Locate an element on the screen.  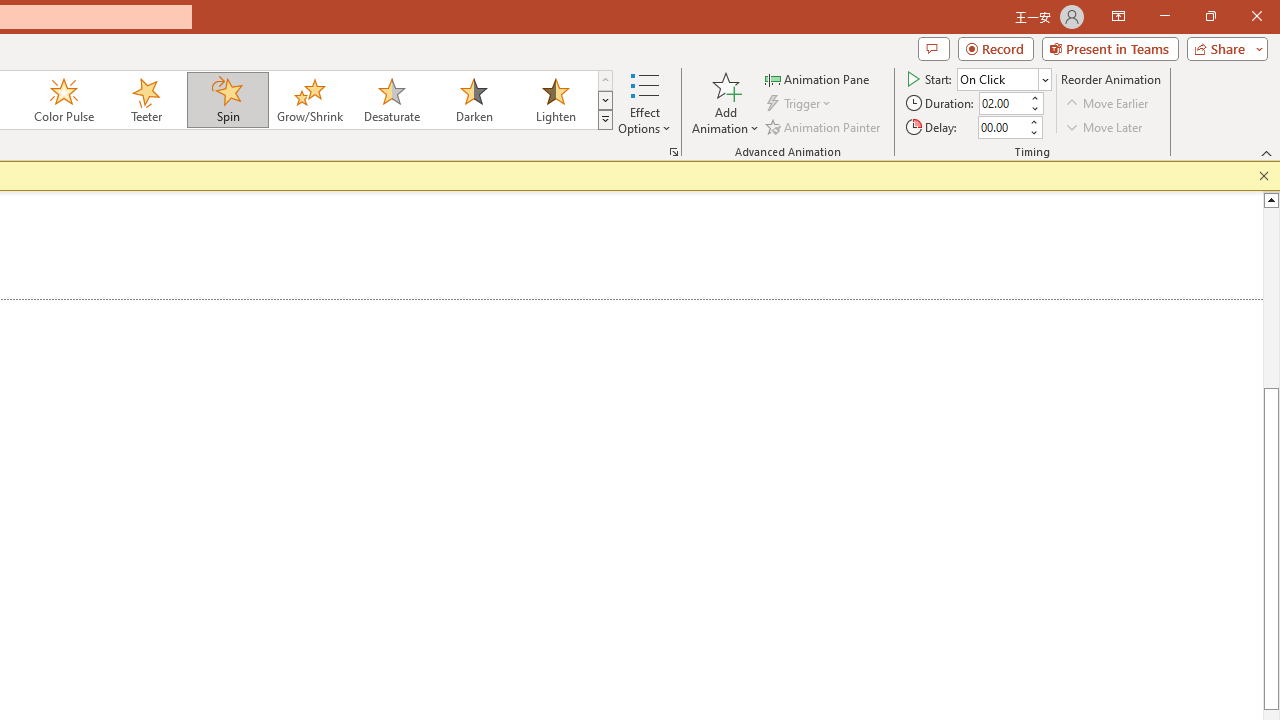
'Class: NetUIImage' is located at coordinates (605, 119).